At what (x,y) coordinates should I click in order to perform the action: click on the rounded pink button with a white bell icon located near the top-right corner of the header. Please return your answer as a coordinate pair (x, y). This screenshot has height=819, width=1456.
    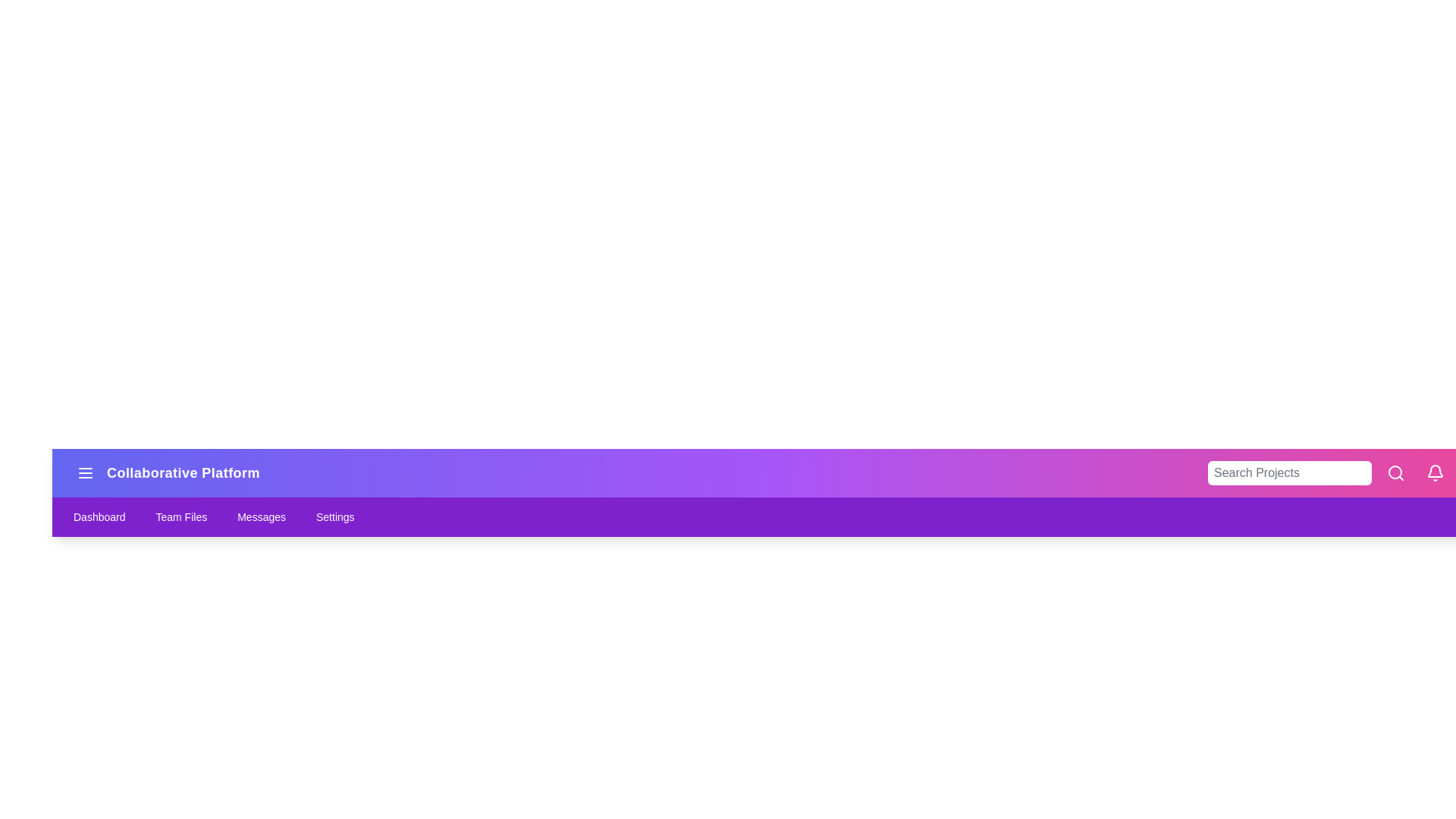
    Looking at the image, I should click on (1434, 472).